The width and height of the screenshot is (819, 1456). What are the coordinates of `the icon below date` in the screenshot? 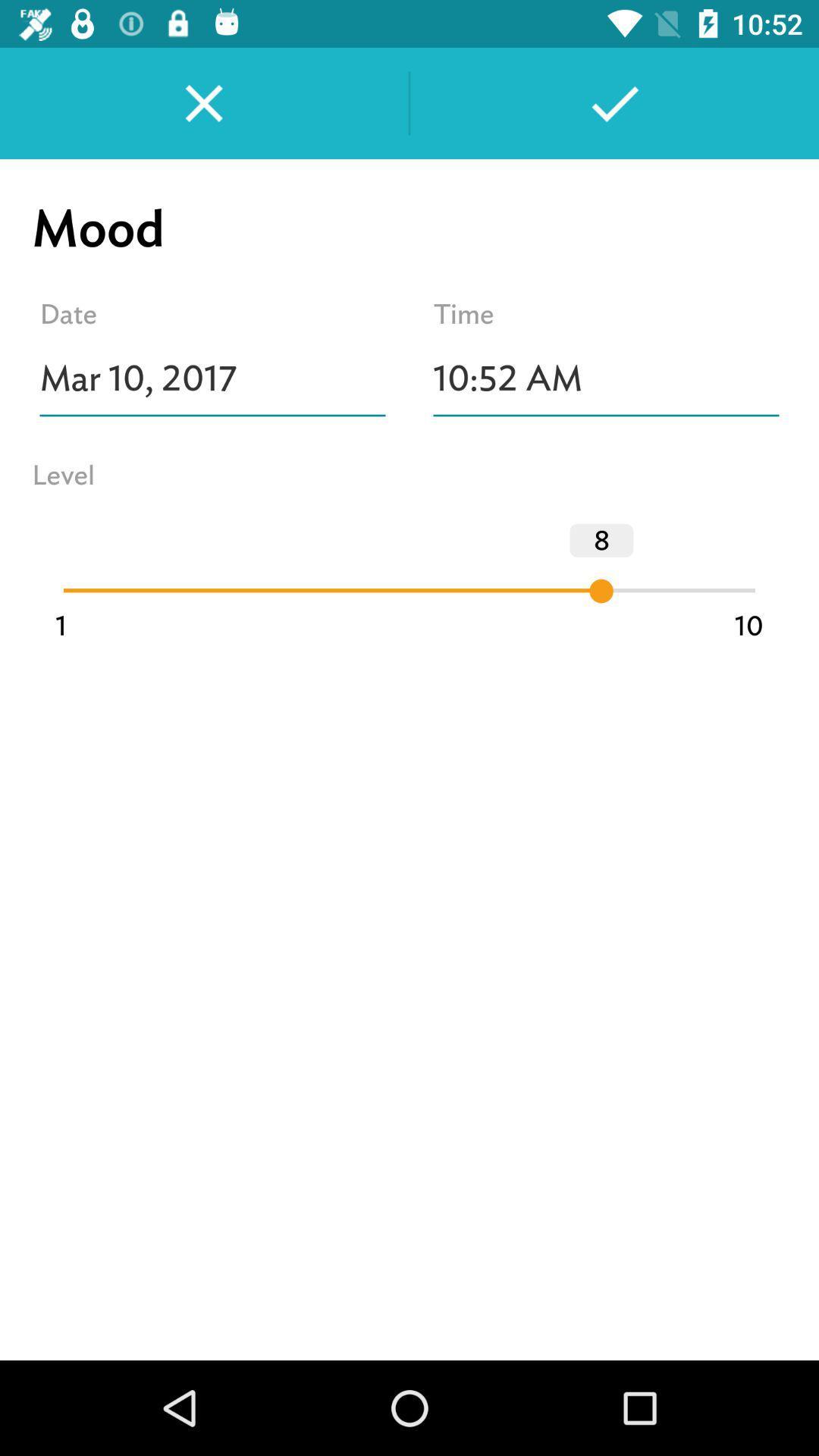 It's located at (212, 378).